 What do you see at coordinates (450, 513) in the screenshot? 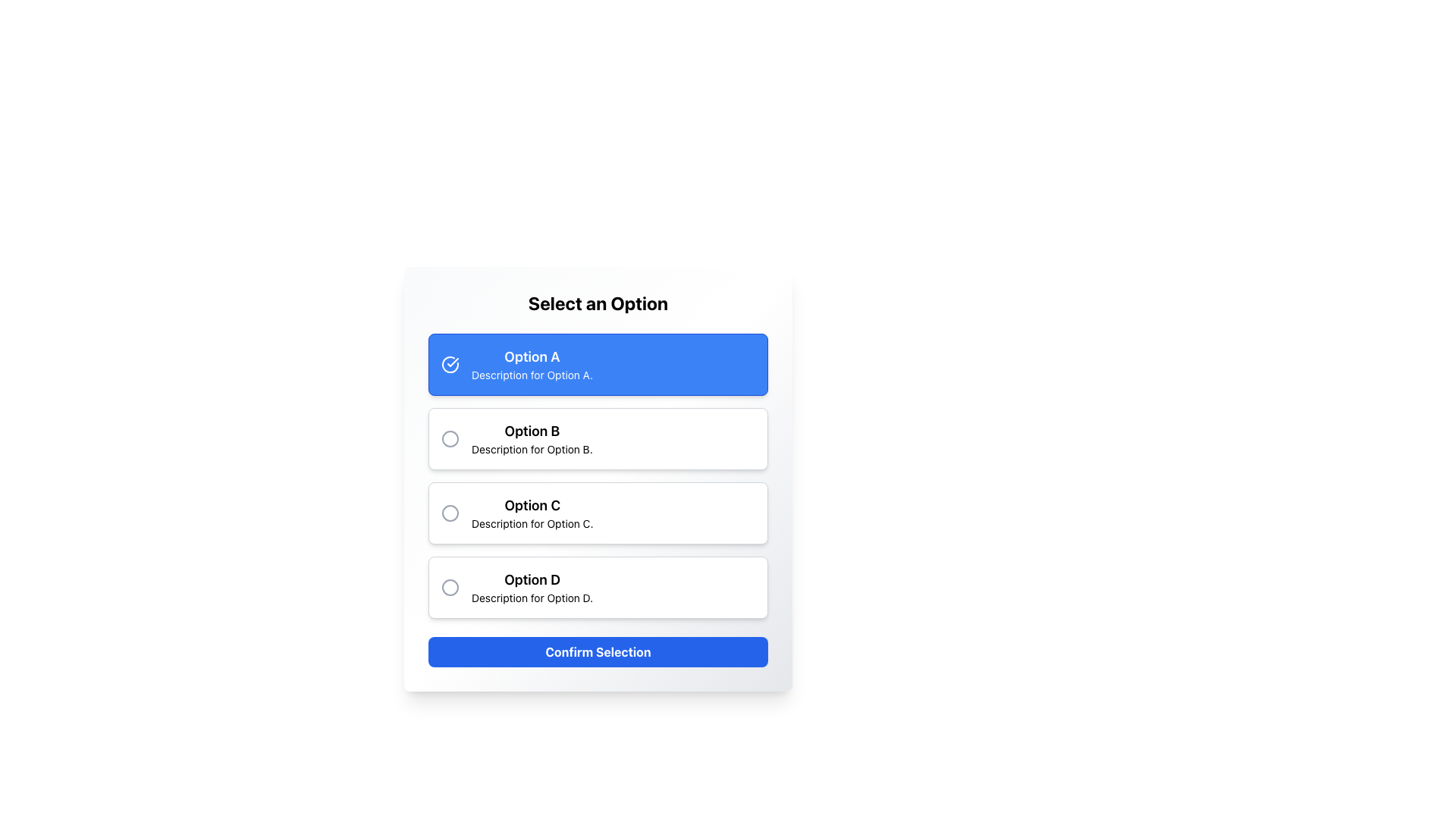
I see `the gray circular icon resembling a radio button located within the selection card for 'Option C'` at bounding box center [450, 513].